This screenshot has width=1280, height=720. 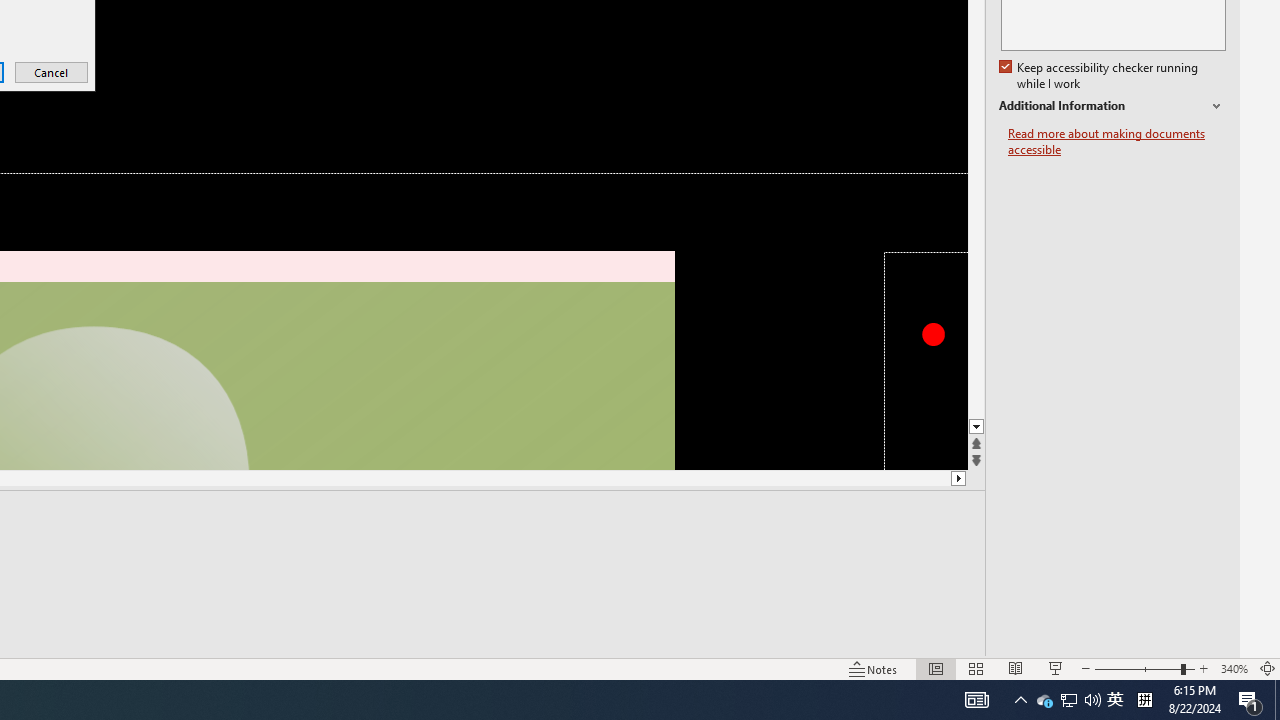 I want to click on 'Read more about making documents accessible', so click(x=1116, y=141).